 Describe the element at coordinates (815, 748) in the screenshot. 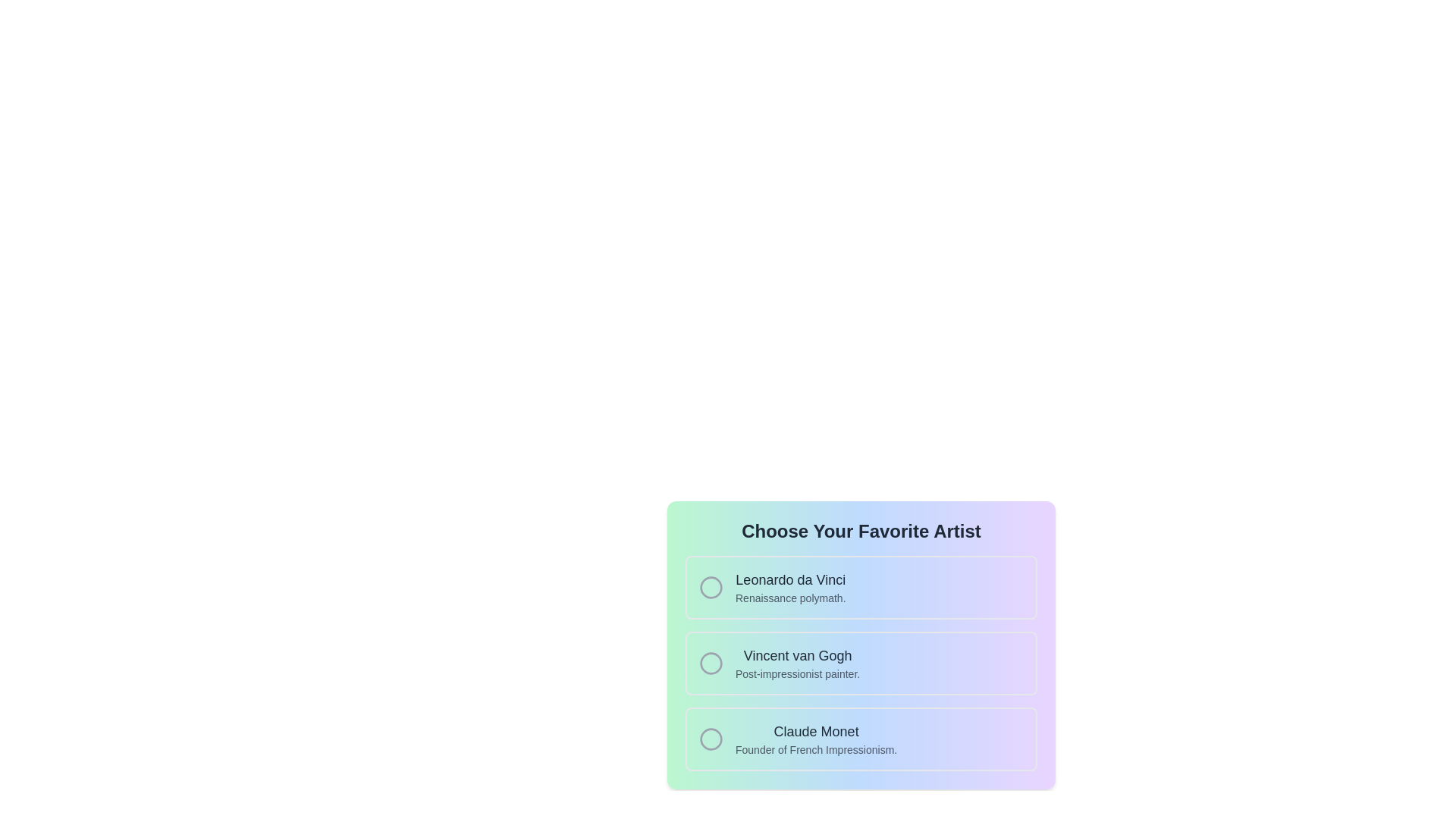

I see `the static text label providing information about Claude Monet, the founder of French Impressionism, located in the third selectable option of the 'Choose Your Favorite Artist' list` at that location.